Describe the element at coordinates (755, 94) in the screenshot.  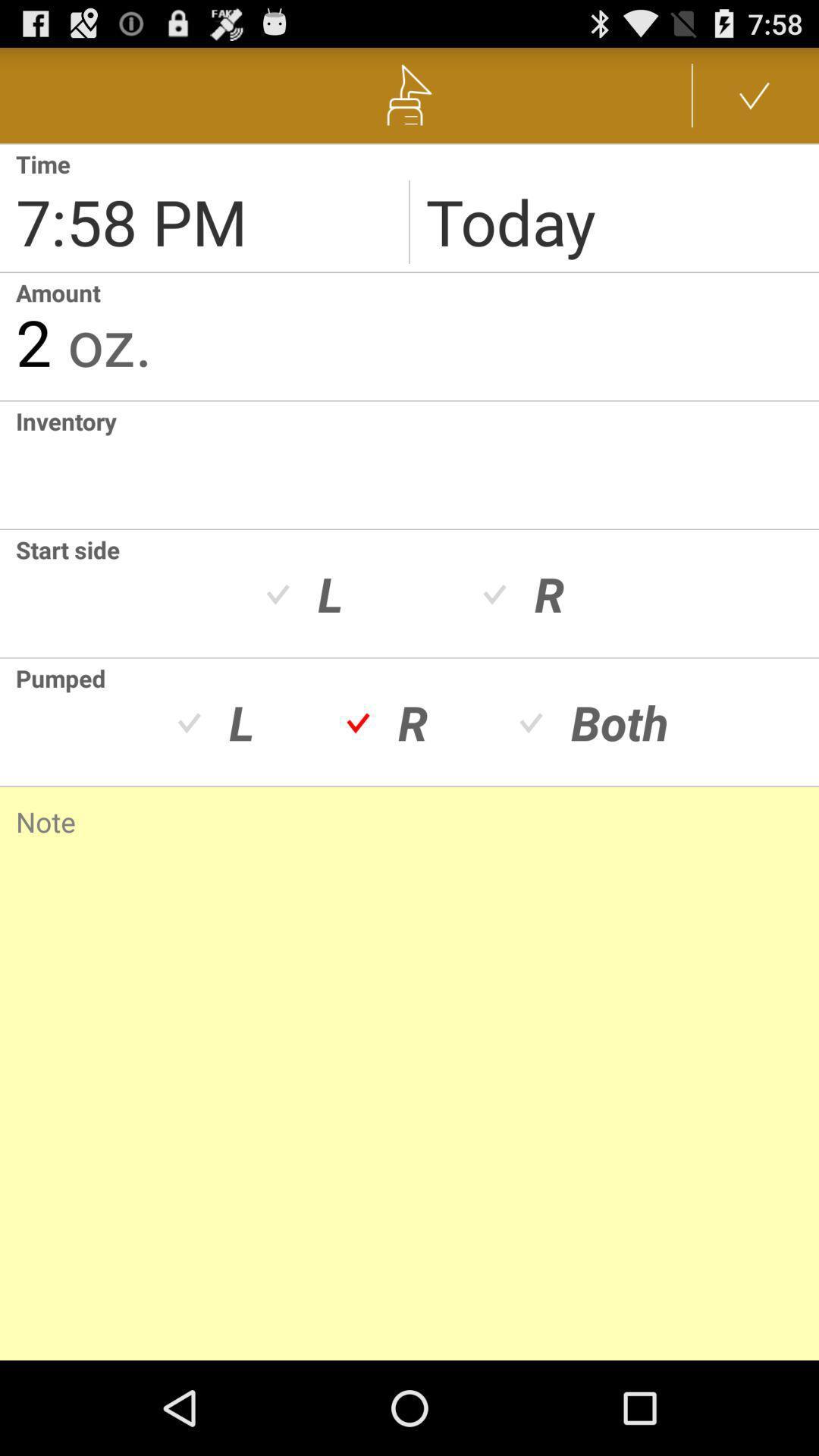
I see `mark as done` at that location.